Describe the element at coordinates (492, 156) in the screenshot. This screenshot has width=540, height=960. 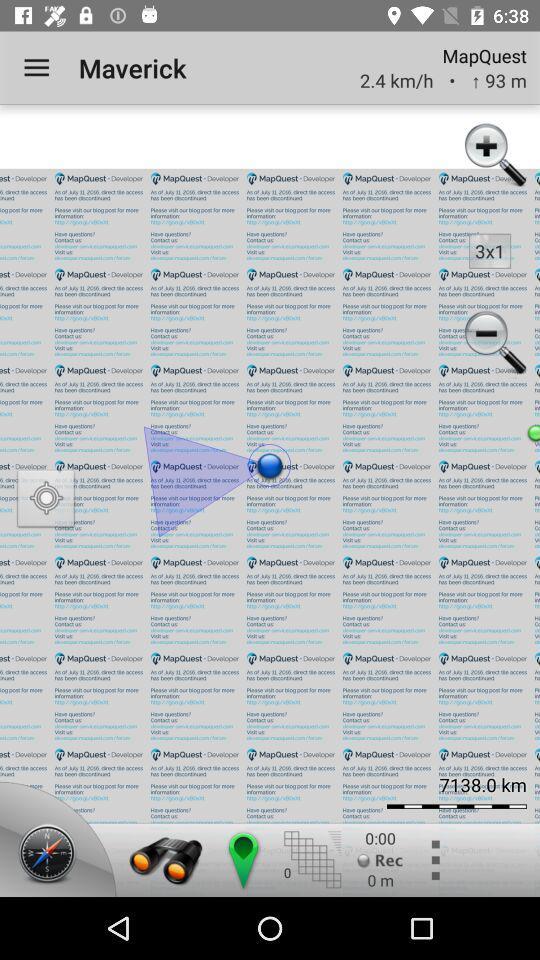
I see `zoom in` at that location.